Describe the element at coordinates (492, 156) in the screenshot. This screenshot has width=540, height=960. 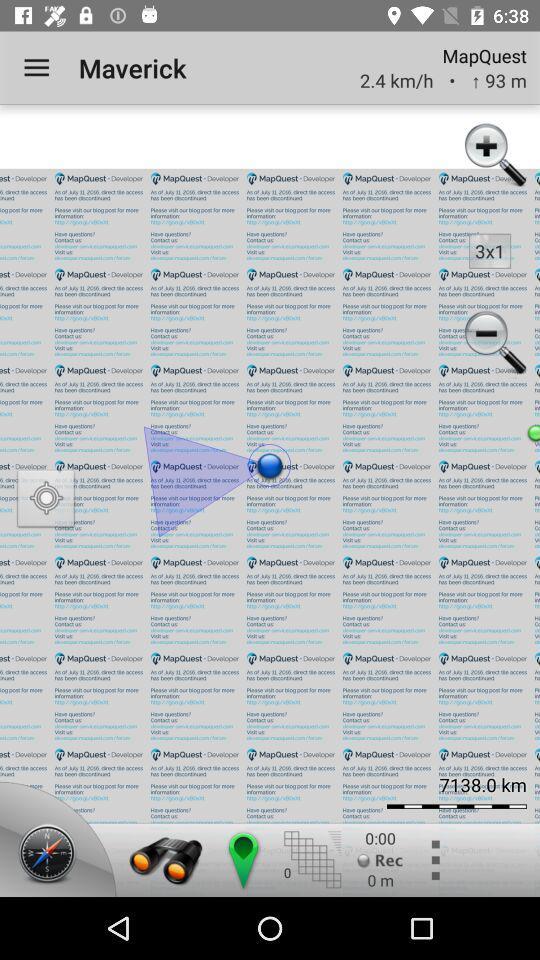
I see `zoom in` at that location.